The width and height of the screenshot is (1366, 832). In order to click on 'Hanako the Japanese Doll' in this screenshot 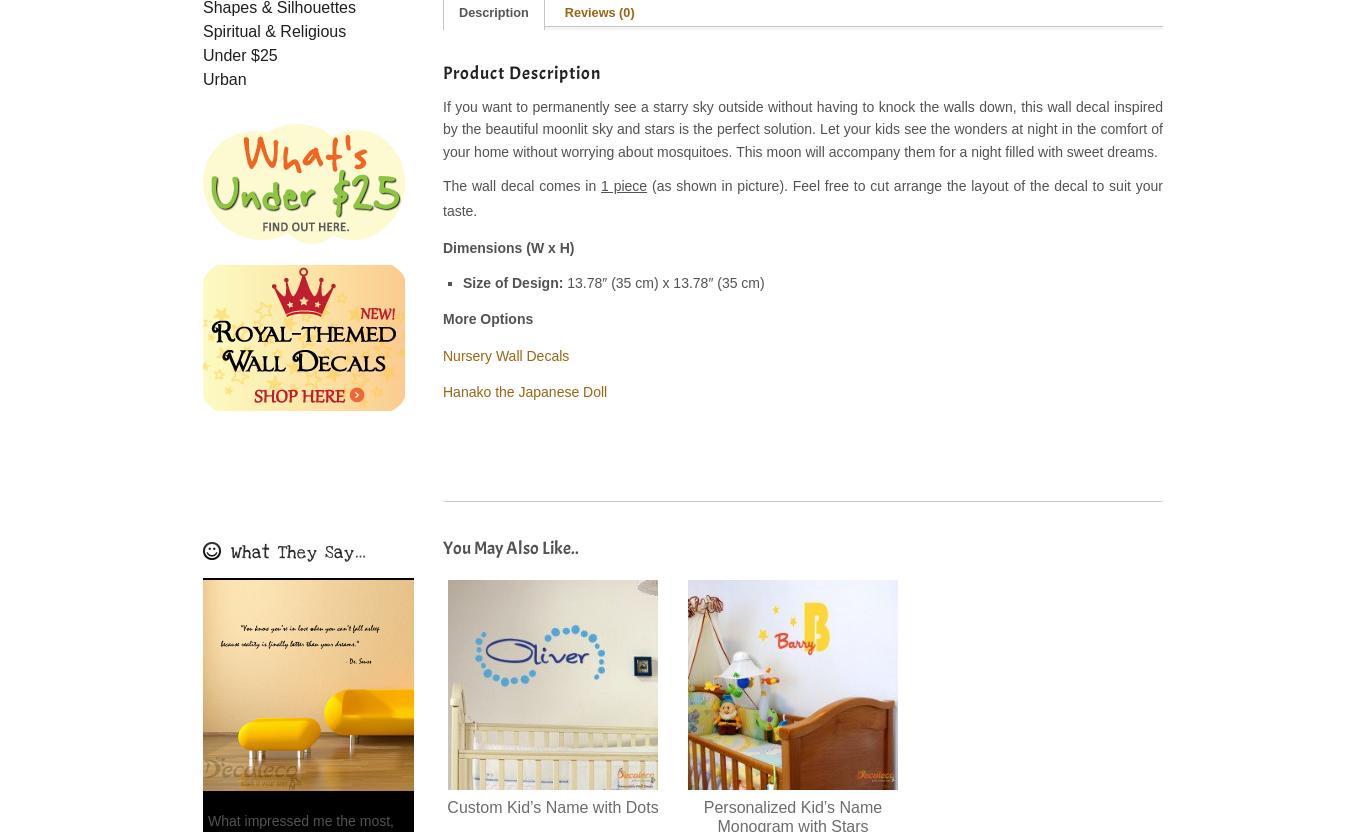, I will do `click(524, 391)`.